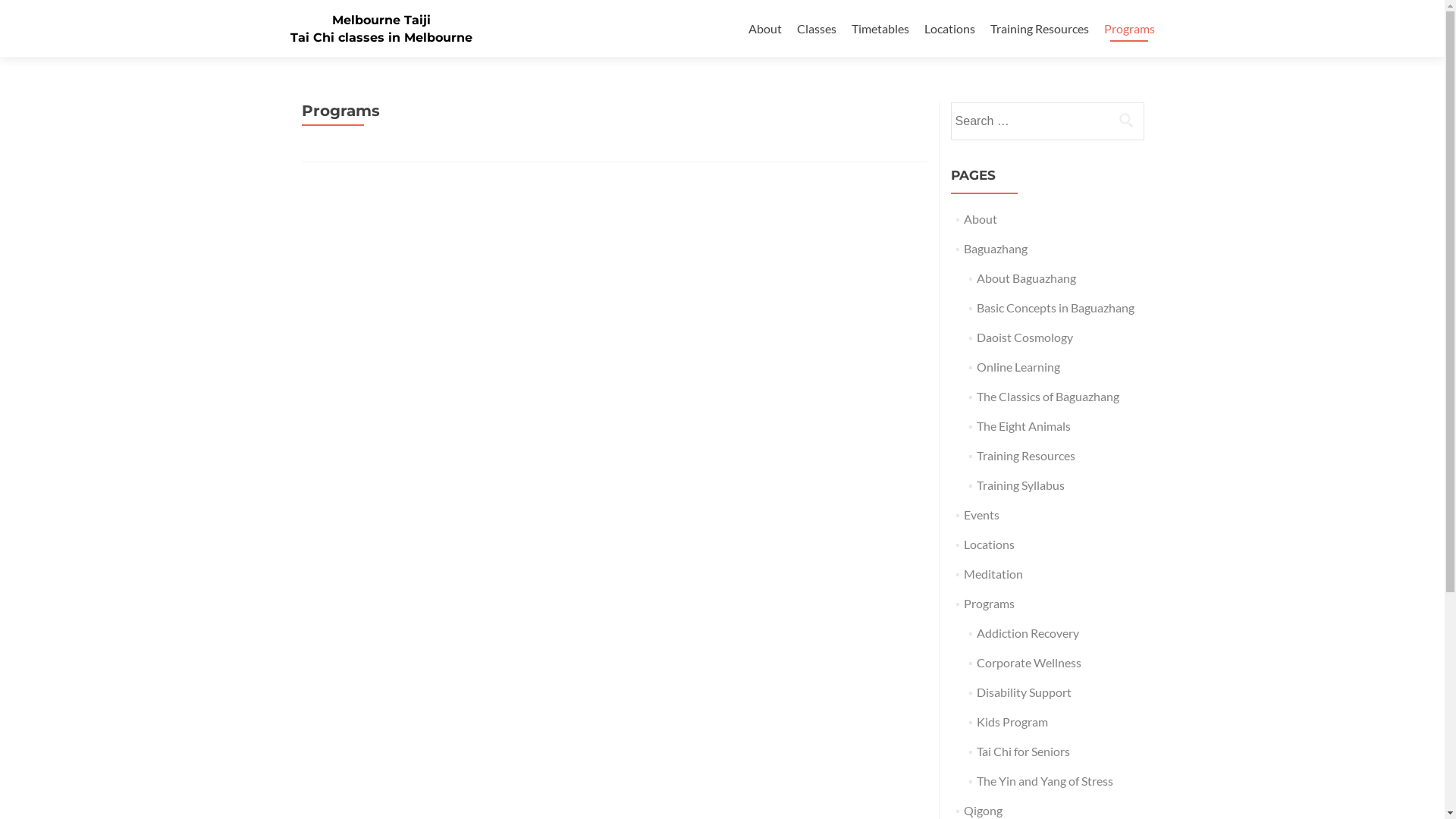 The width and height of the screenshot is (1456, 819). What do you see at coordinates (814, 28) in the screenshot?
I see `'Classes'` at bounding box center [814, 28].